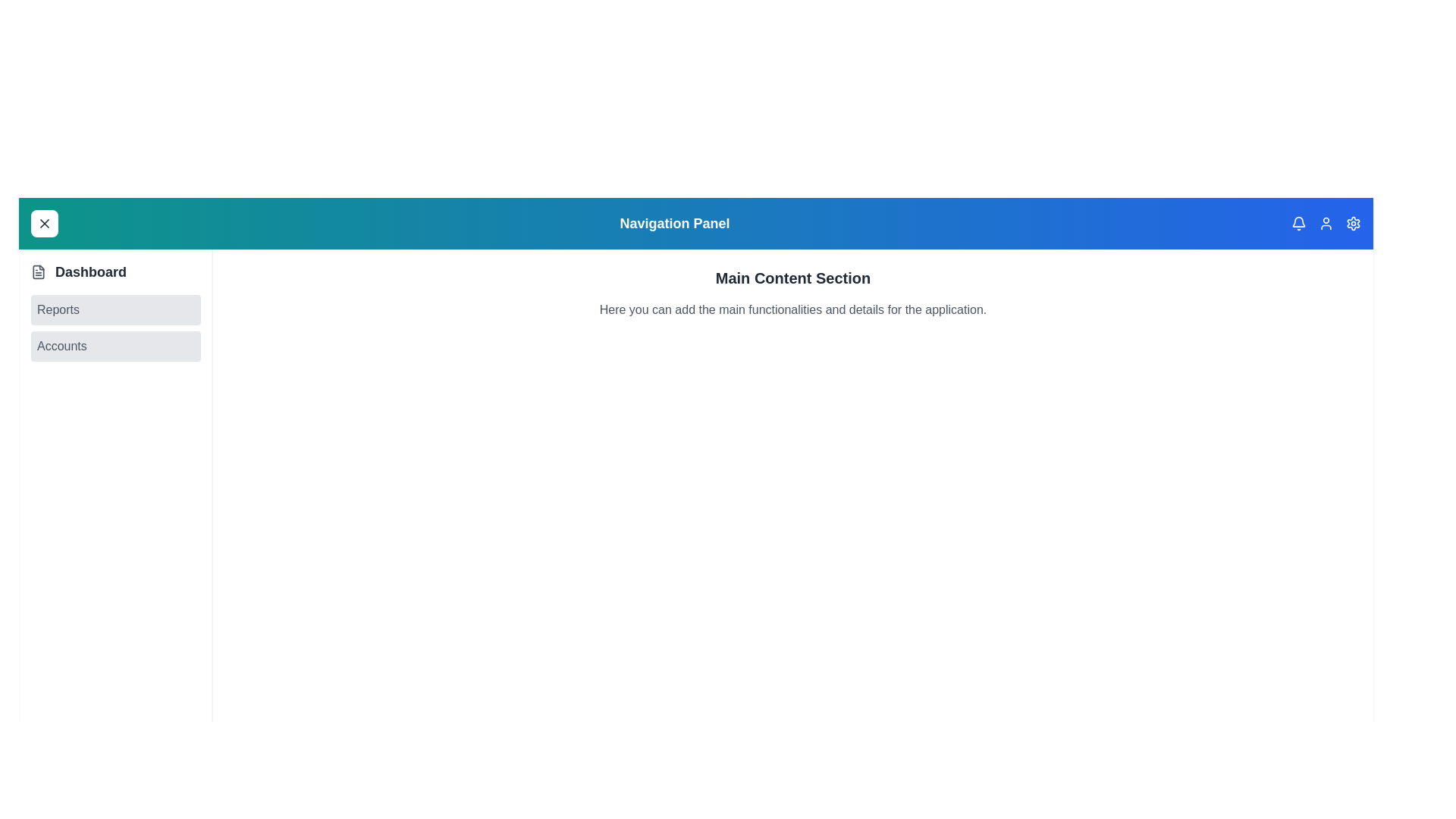  I want to click on the prominent text label displaying 'Main Content Section', which serves as the header for the section, so click(792, 278).